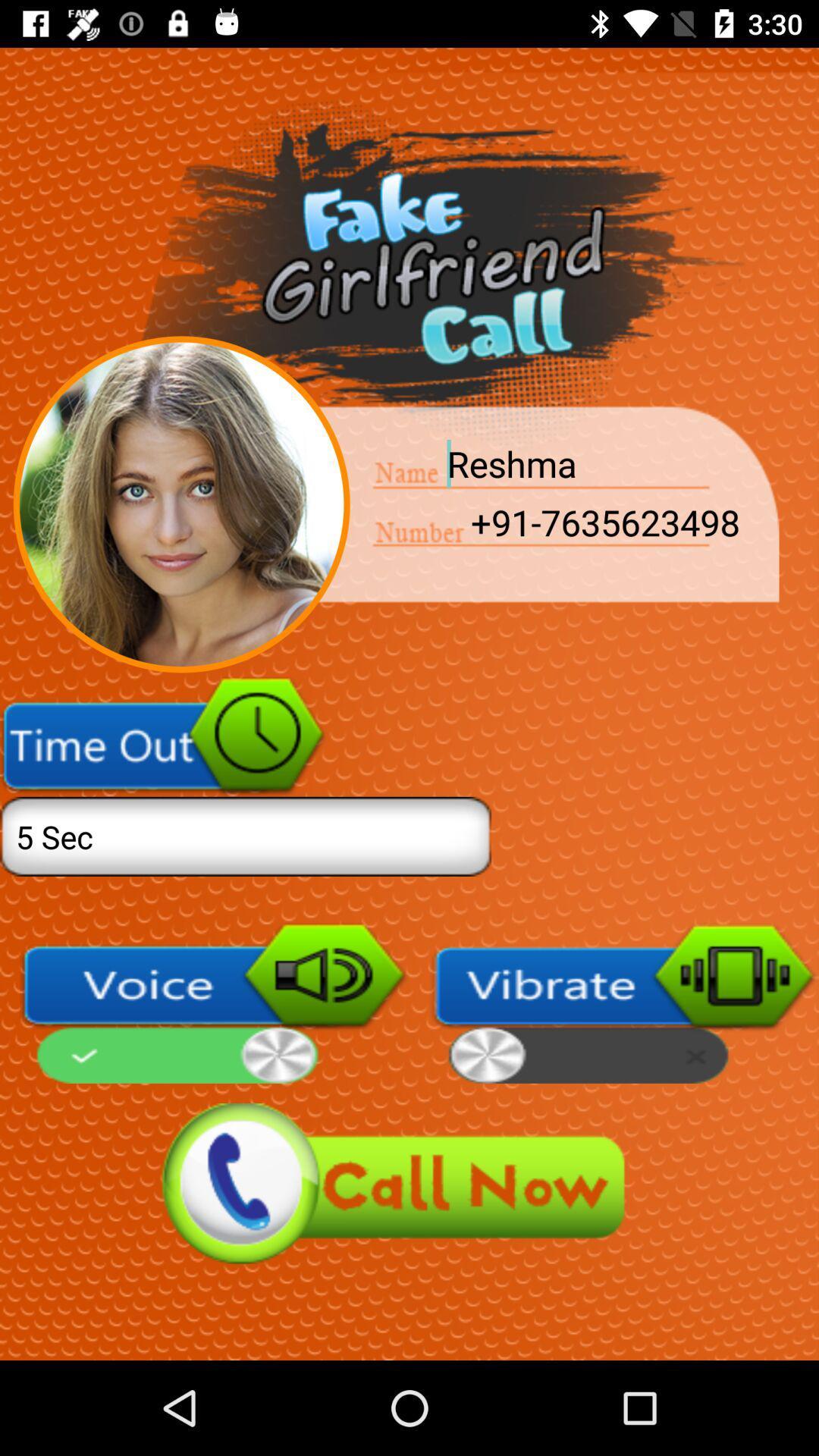  I want to click on vibrate button, so click(624, 1003).